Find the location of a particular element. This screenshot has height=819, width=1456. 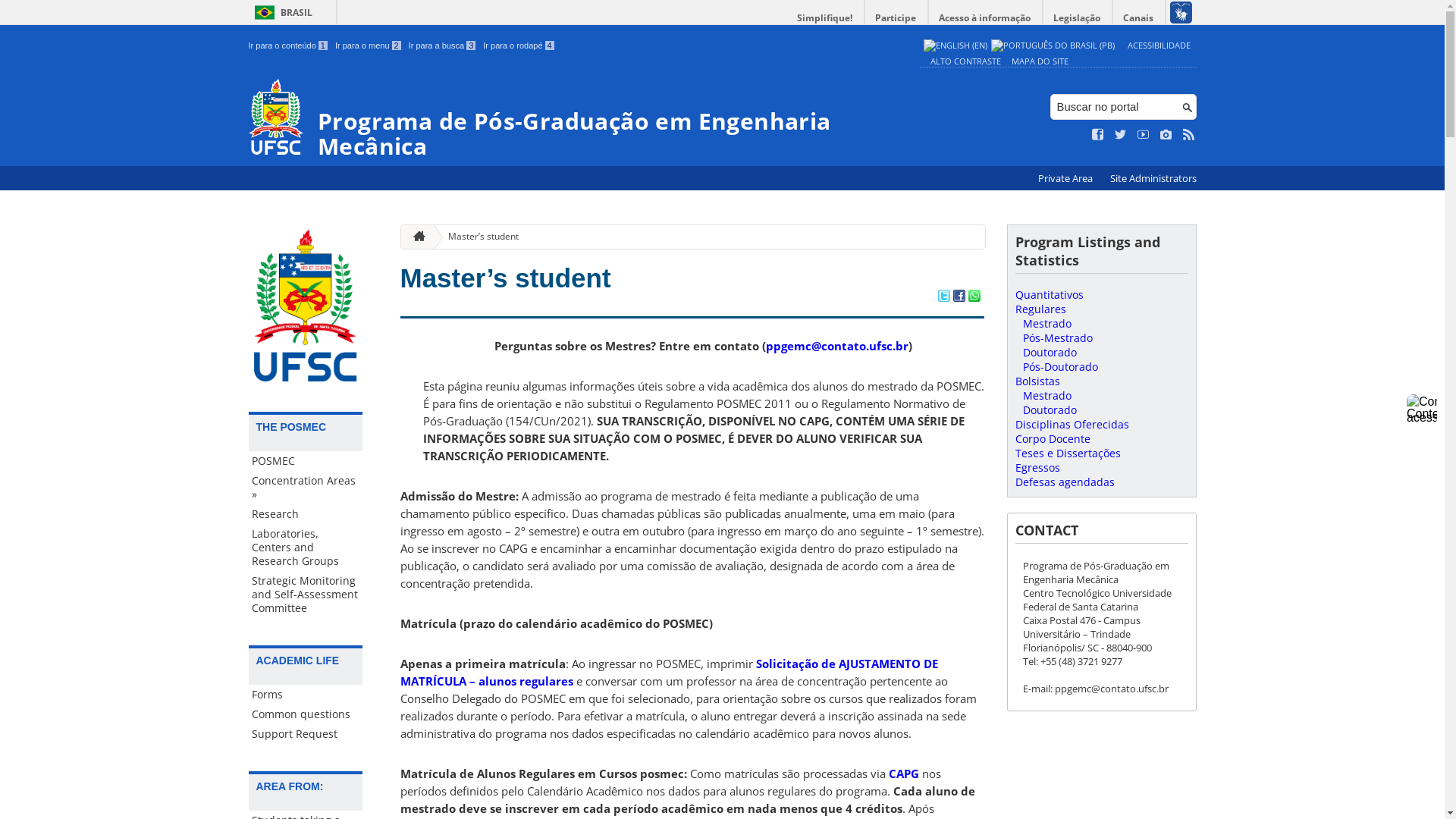

'Veja no Instagram' is located at coordinates (1165, 133).